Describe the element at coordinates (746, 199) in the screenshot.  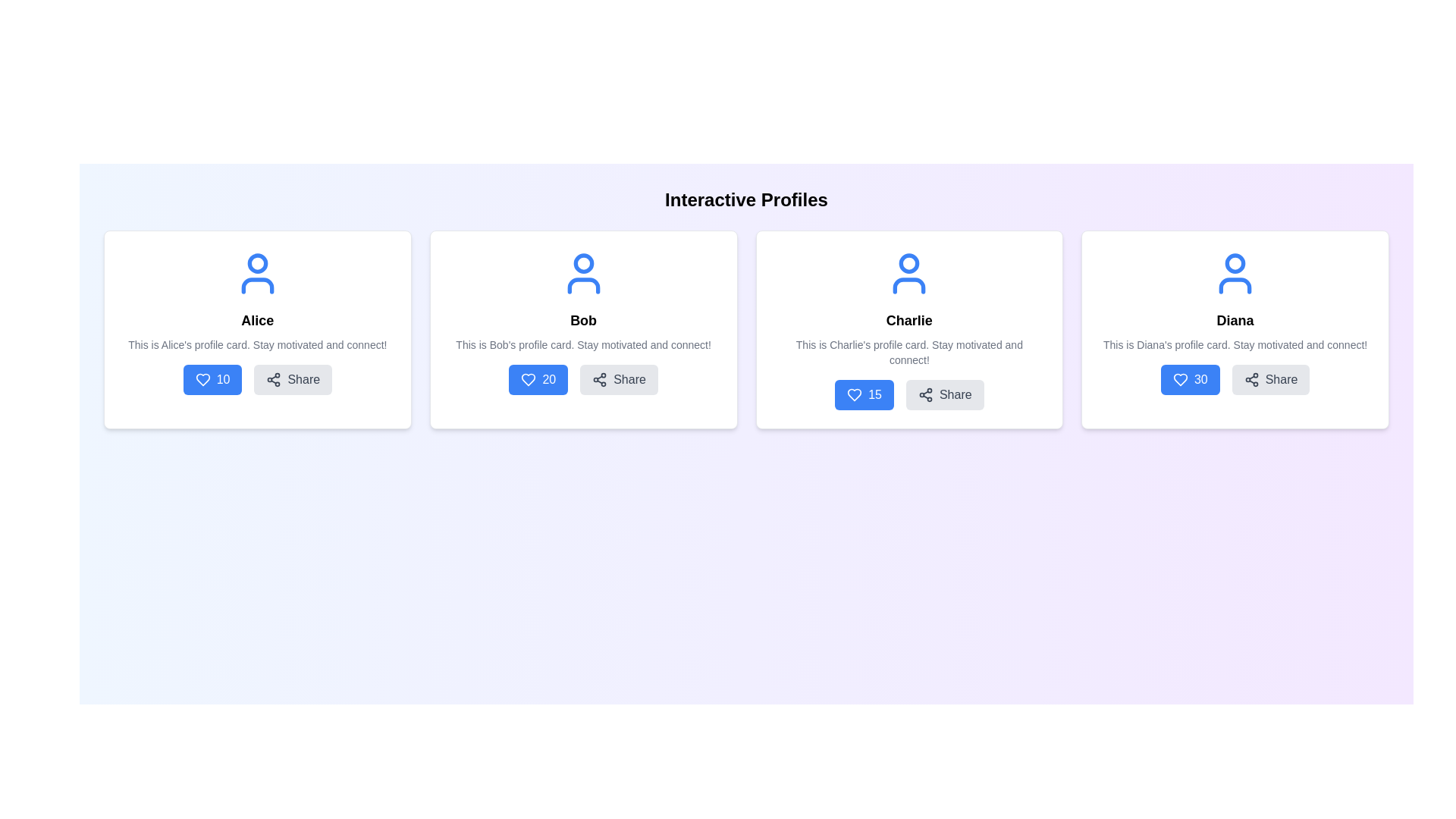
I see `the bold, large-sized text element displaying the title 'Interactive Profiles'` at that location.